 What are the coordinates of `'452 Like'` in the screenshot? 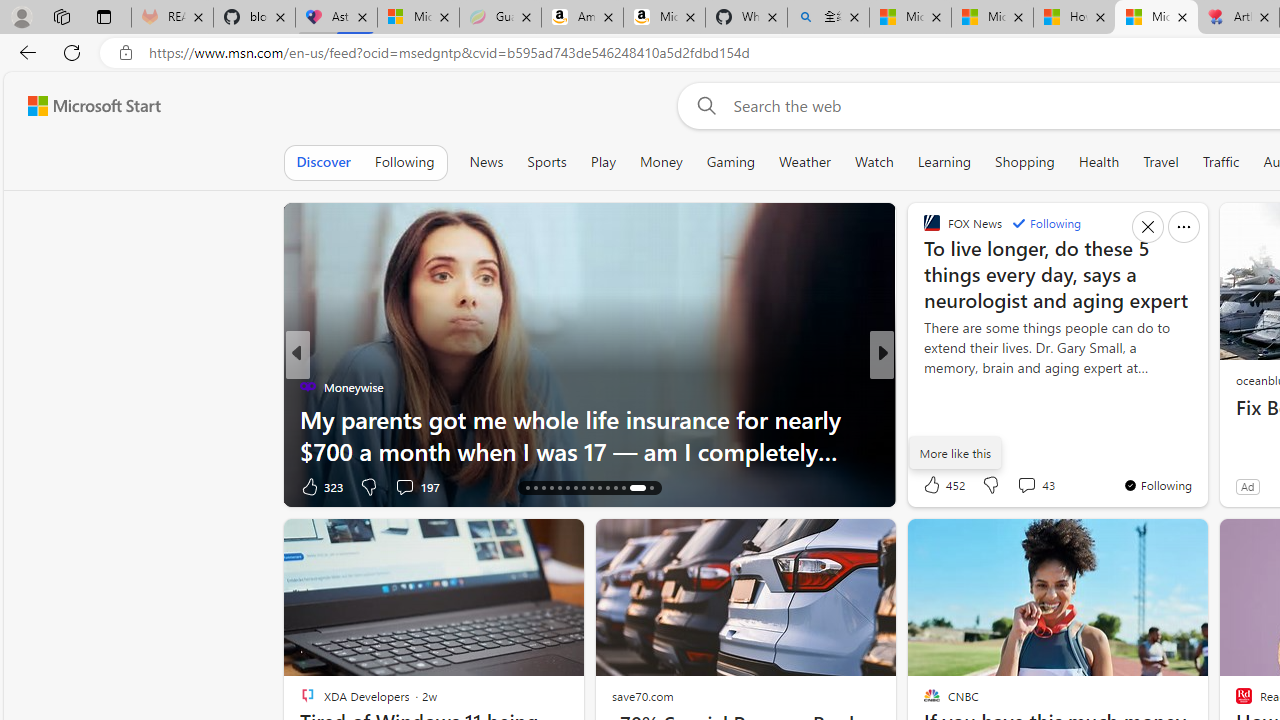 It's located at (941, 484).